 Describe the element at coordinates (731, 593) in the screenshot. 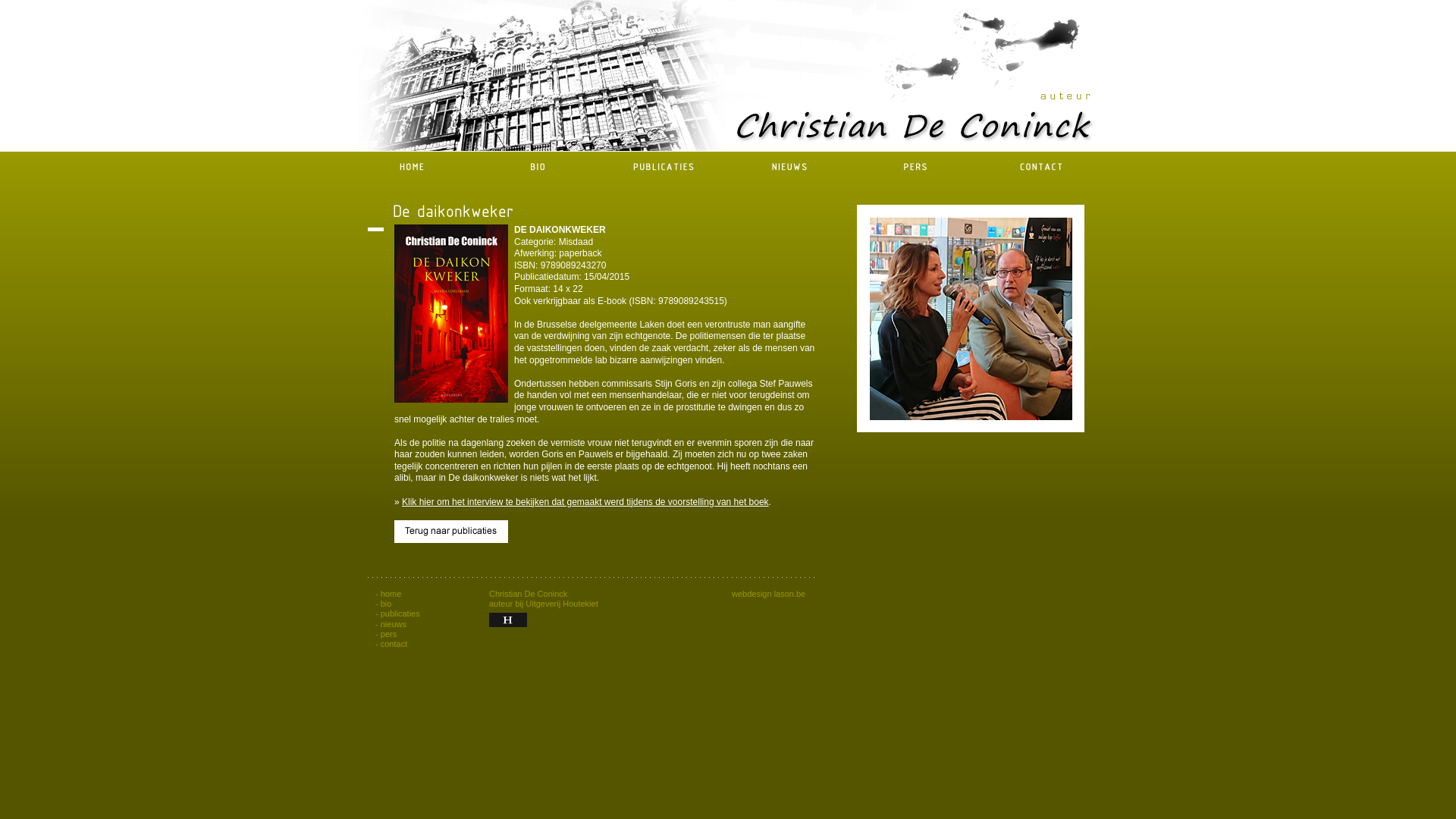

I see `'webdesign lason.be'` at that location.